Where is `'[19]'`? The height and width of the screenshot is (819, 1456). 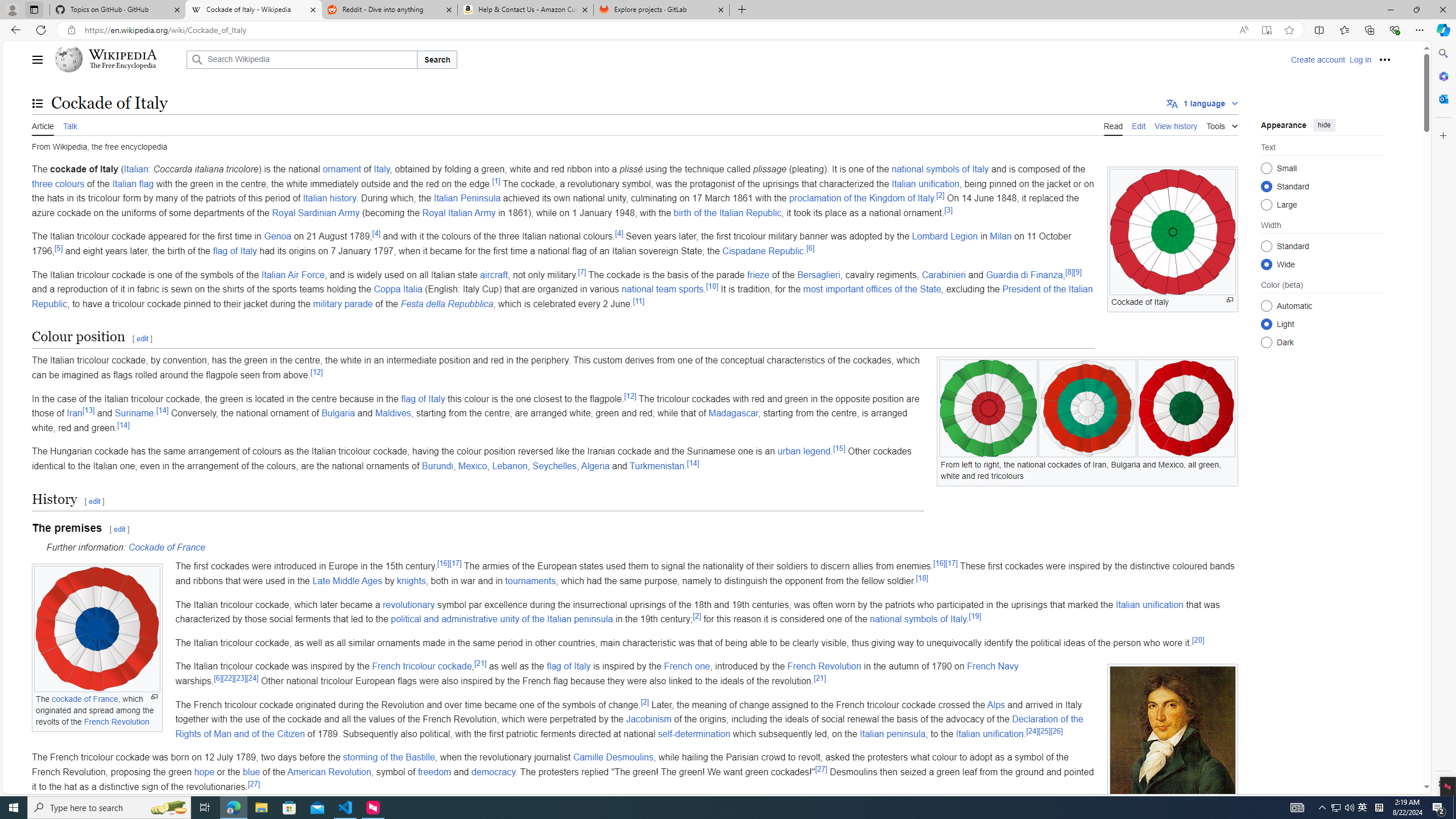 '[19]' is located at coordinates (974, 616).